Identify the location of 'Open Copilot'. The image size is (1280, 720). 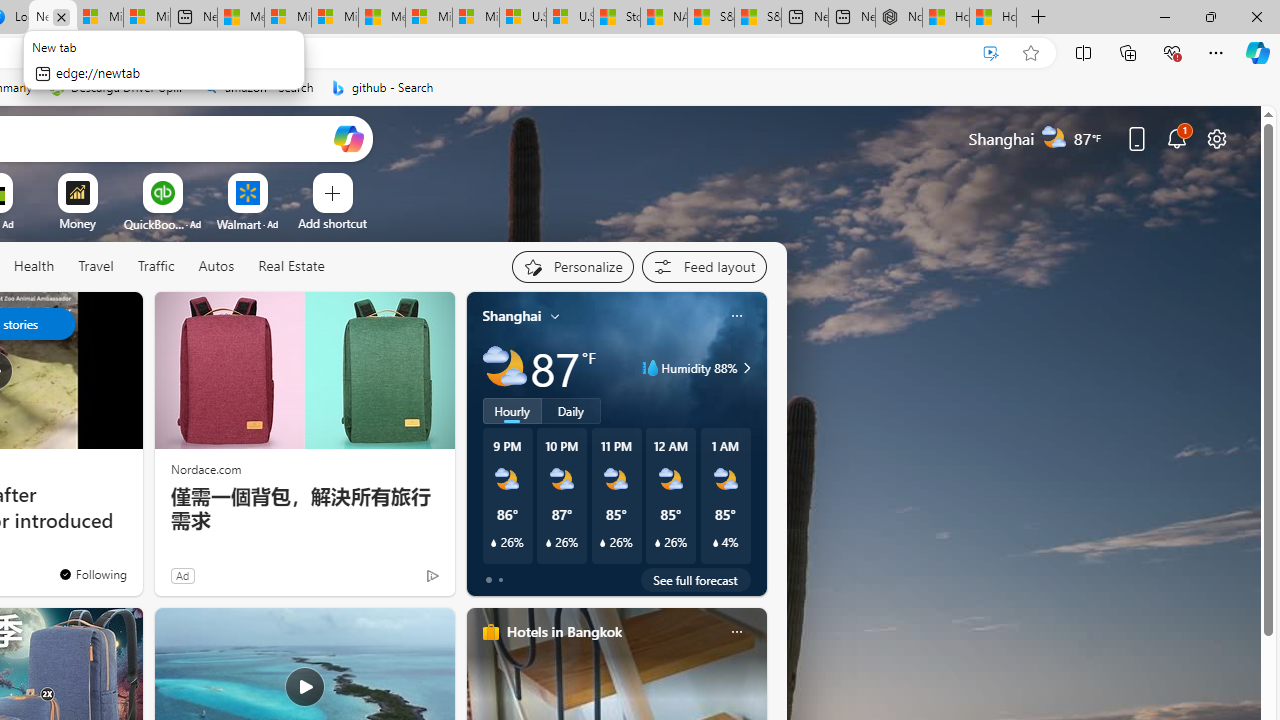
(348, 137).